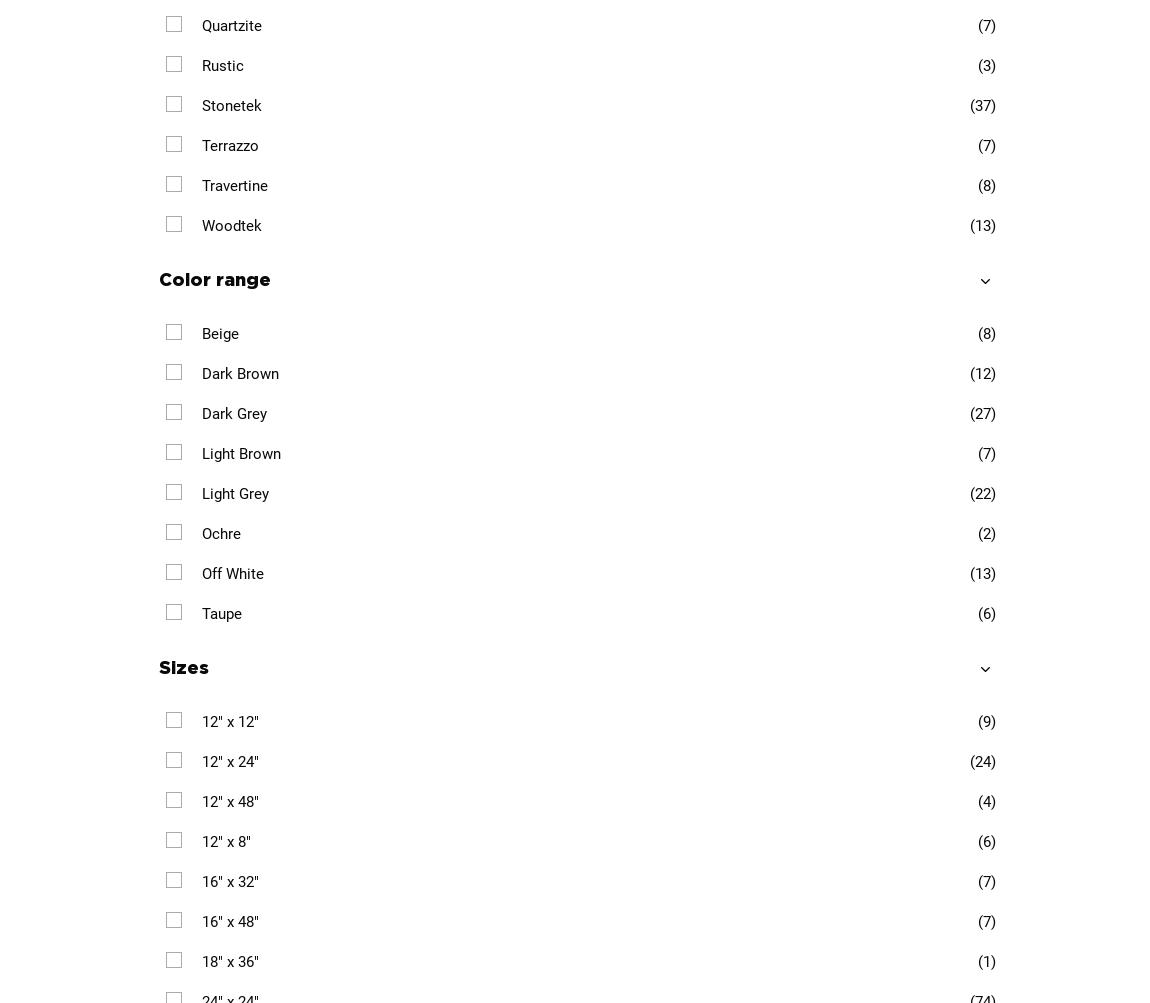 This screenshot has width=1150, height=1003. I want to click on '18" x 36"', so click(228, 959).